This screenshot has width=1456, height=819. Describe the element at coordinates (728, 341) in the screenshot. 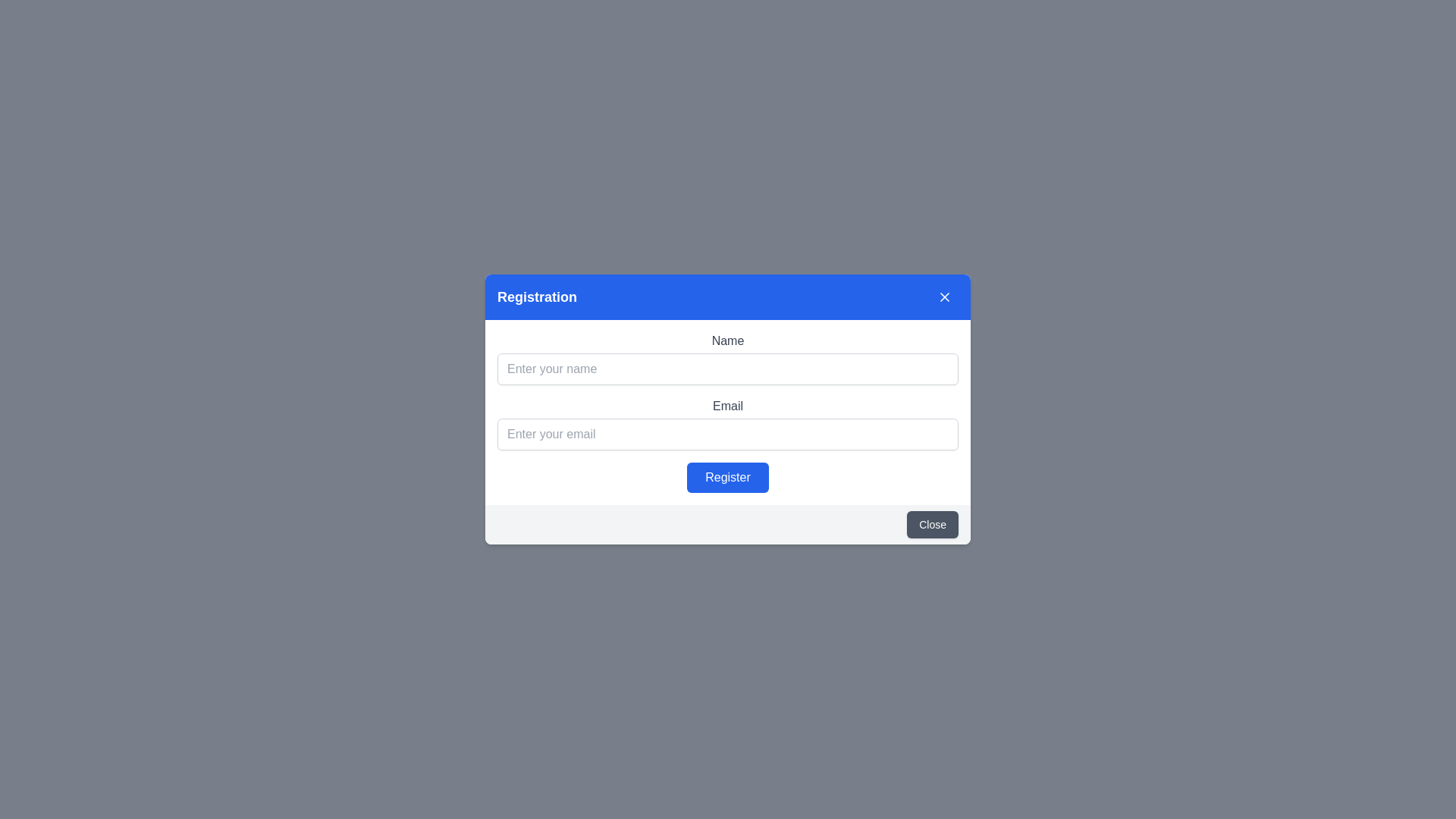

I see `the label that describes the input field for entering the user's name, positioned directly above the 'Enter your name' input field` at that location.